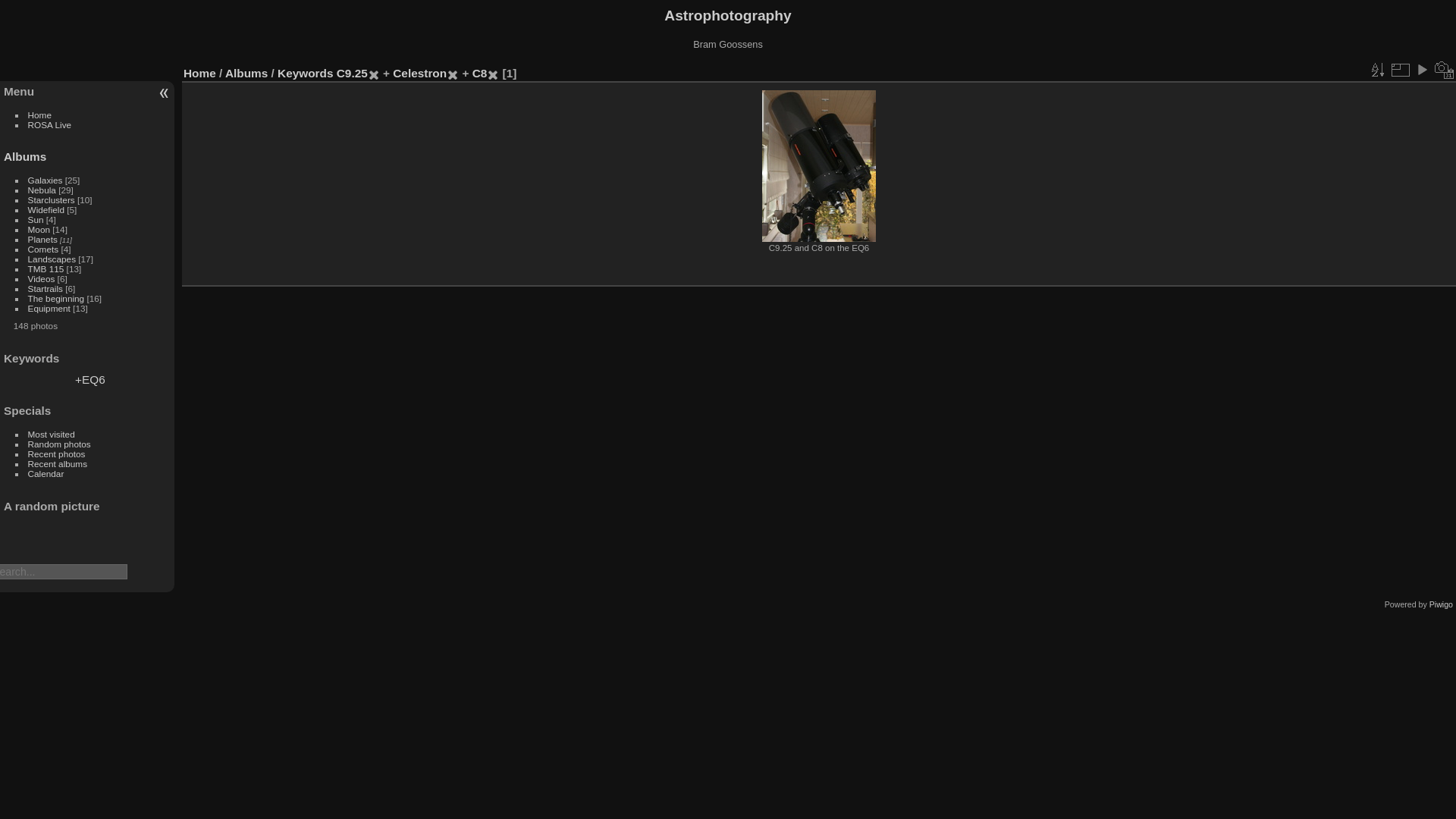 The width and height of the screenshot is (1456, 819). Describe the element at coordinates (1376, 70) in the screenshot. I see `'Sort order'` at that location.